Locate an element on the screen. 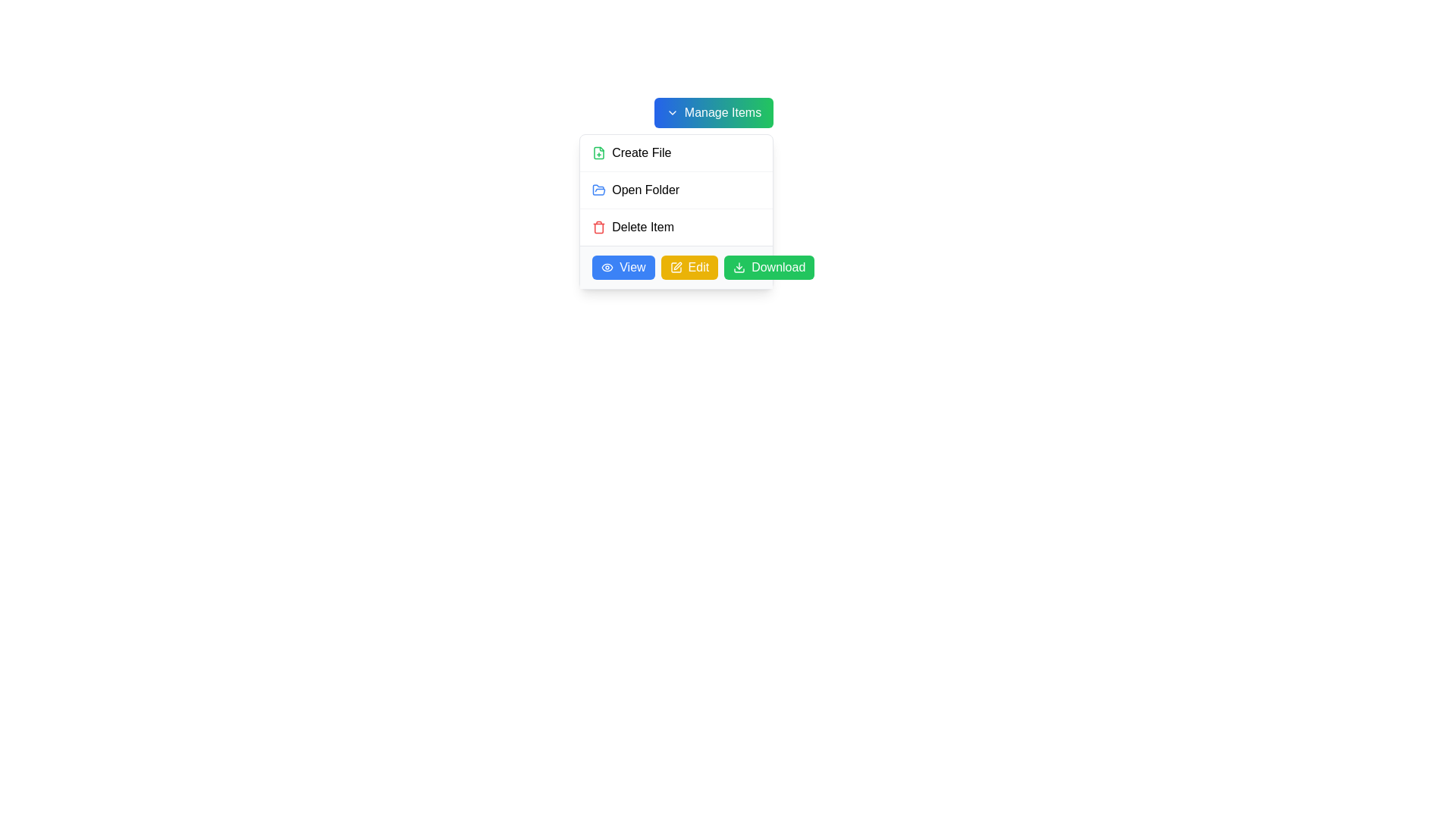  visual changes by focusing on the chevron icon located to the right of the 'Manage Items' button, which indicates additional options or a dropdown menu is located at coordinates (671, 112).